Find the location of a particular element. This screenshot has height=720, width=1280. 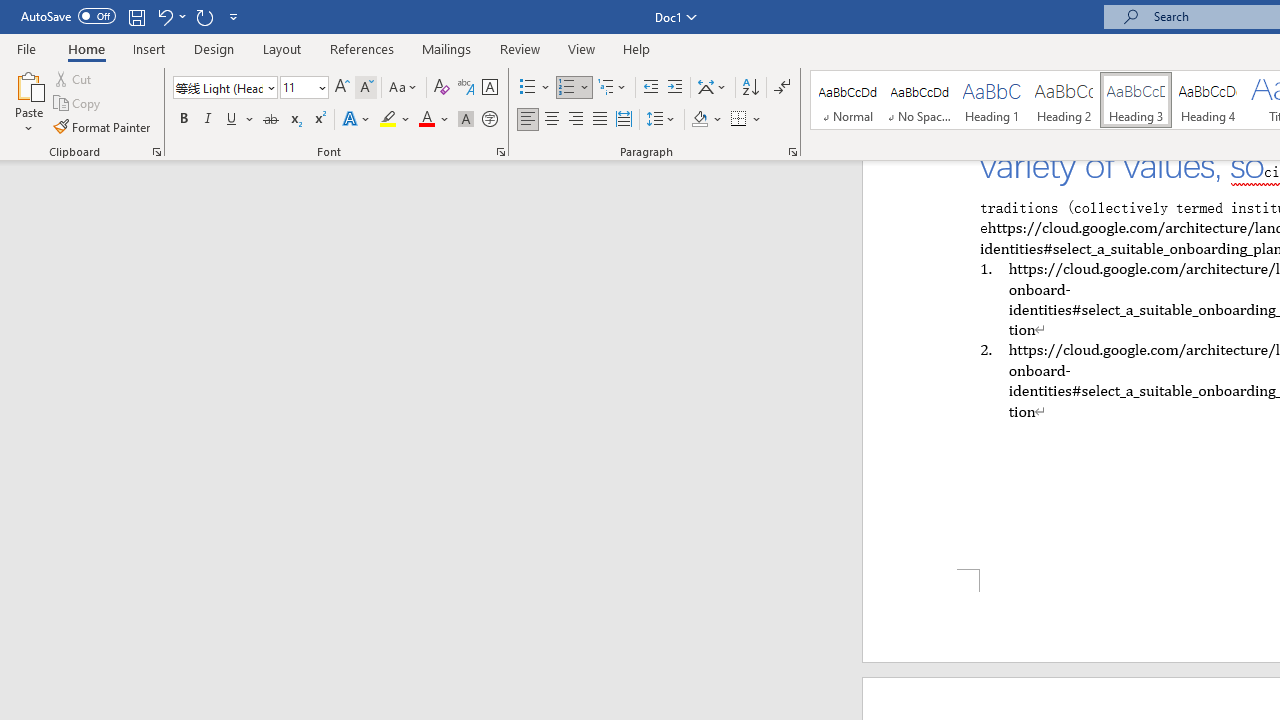

'Change Case' is located at coordinates (403, 86).